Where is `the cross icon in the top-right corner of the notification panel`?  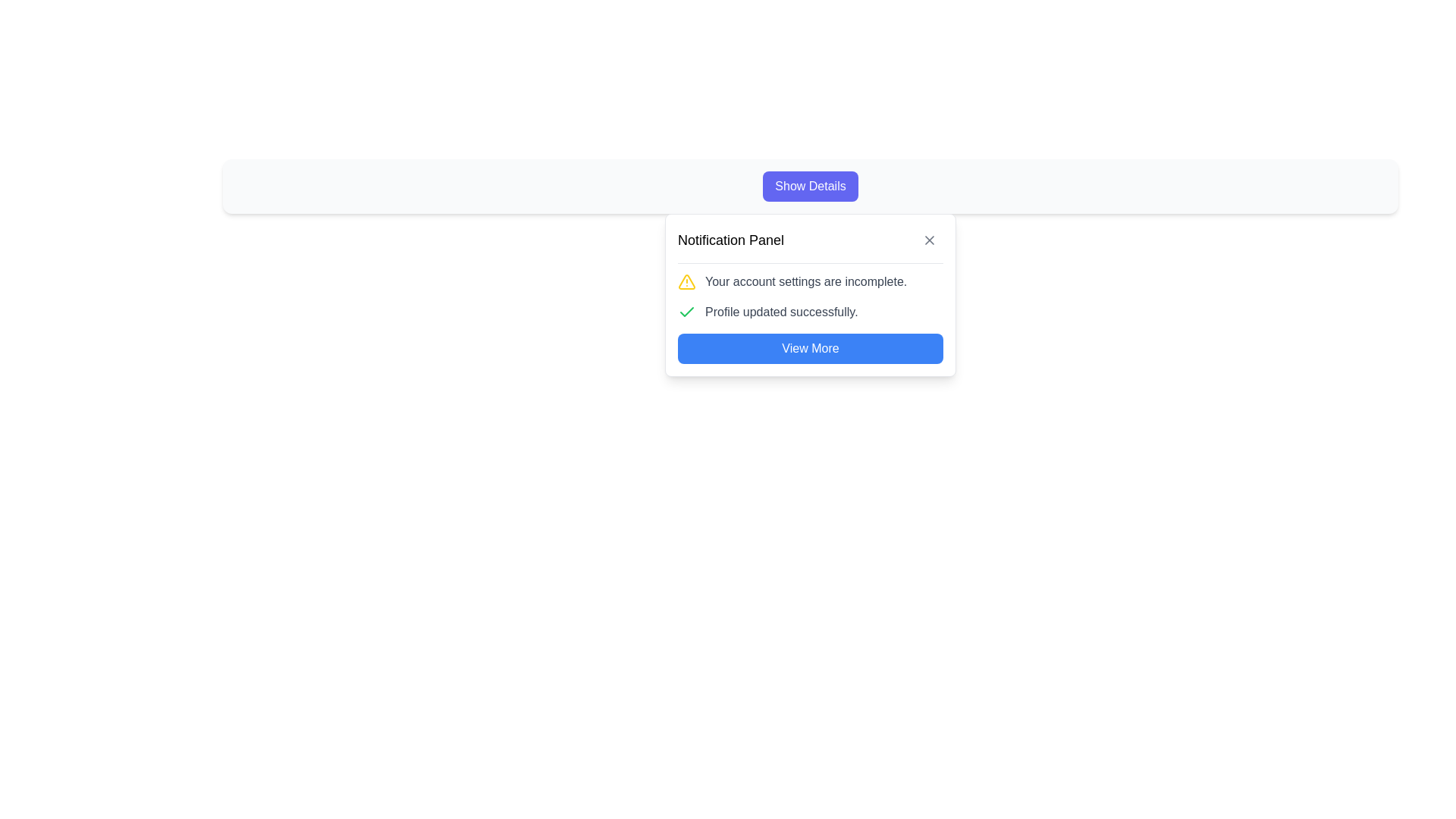 the cross icon in the top-right corner of the notification panel is located at coordinates (928, 239).